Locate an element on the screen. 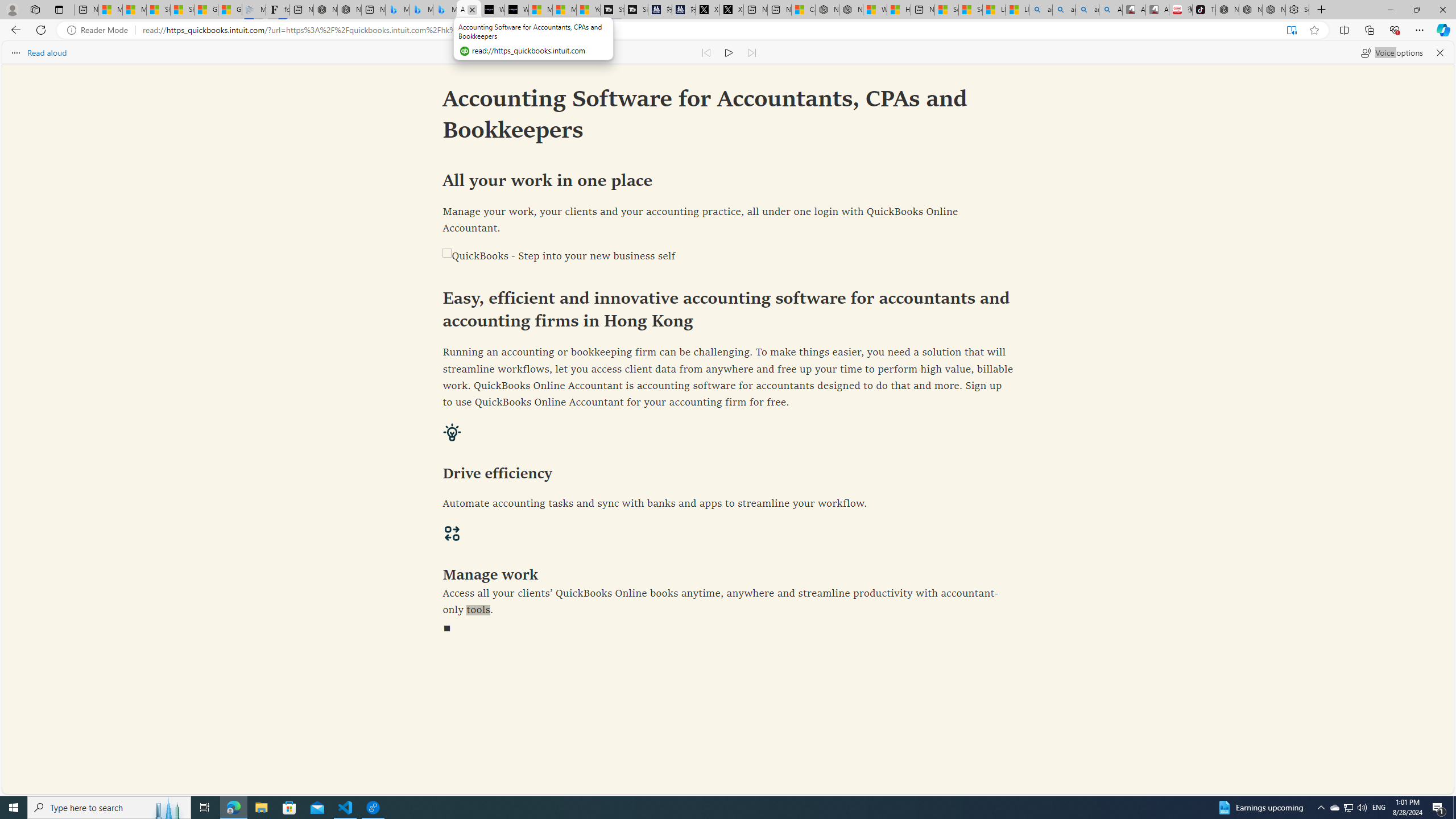 This screenshot has height=819, width=1456. 'Nordace - Siena Pro 15 Essential Set' is located at coordinates (1273, 9).